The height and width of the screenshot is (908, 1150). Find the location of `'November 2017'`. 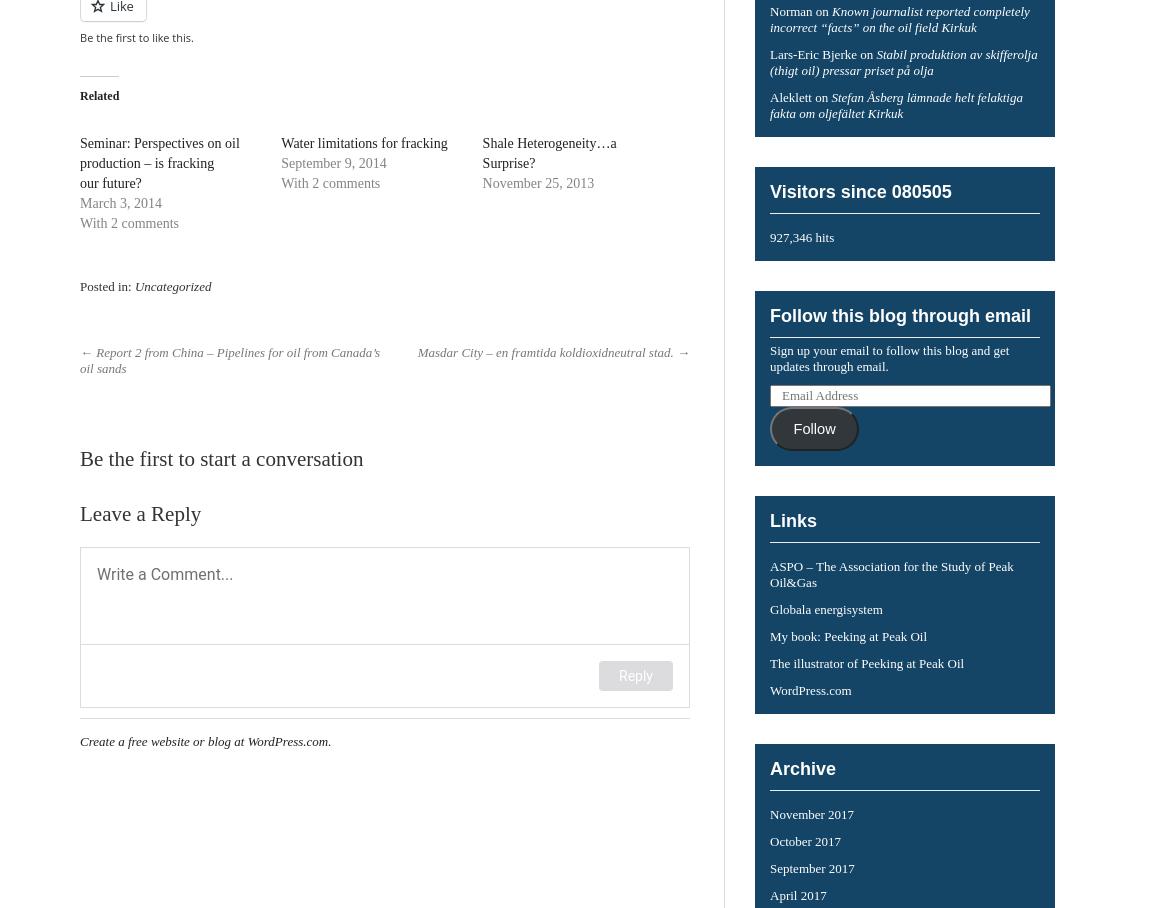

'November 2017' is located at coordinates (811, 813).